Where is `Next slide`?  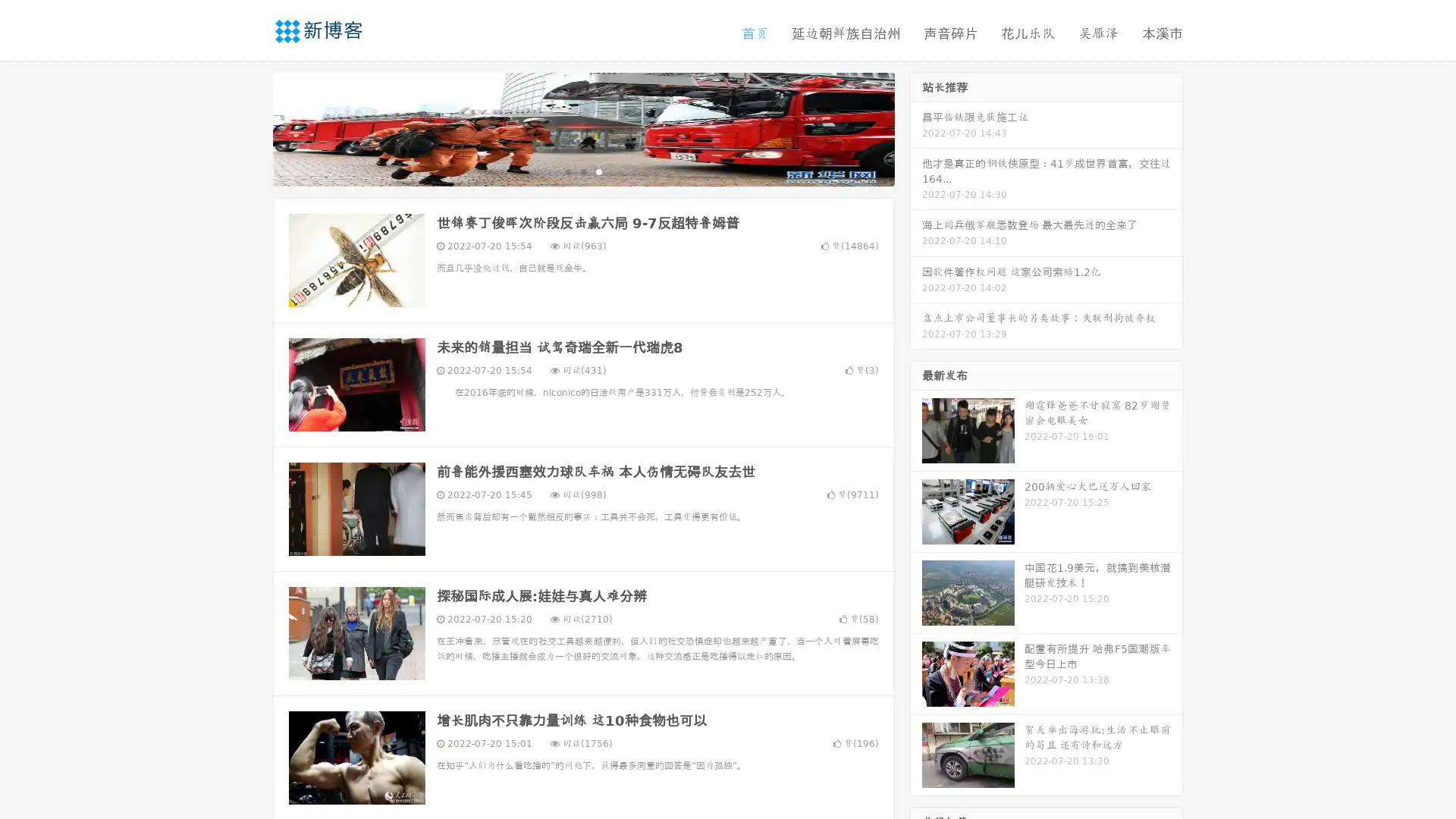 Next slide is located at coordinates (916, 127).